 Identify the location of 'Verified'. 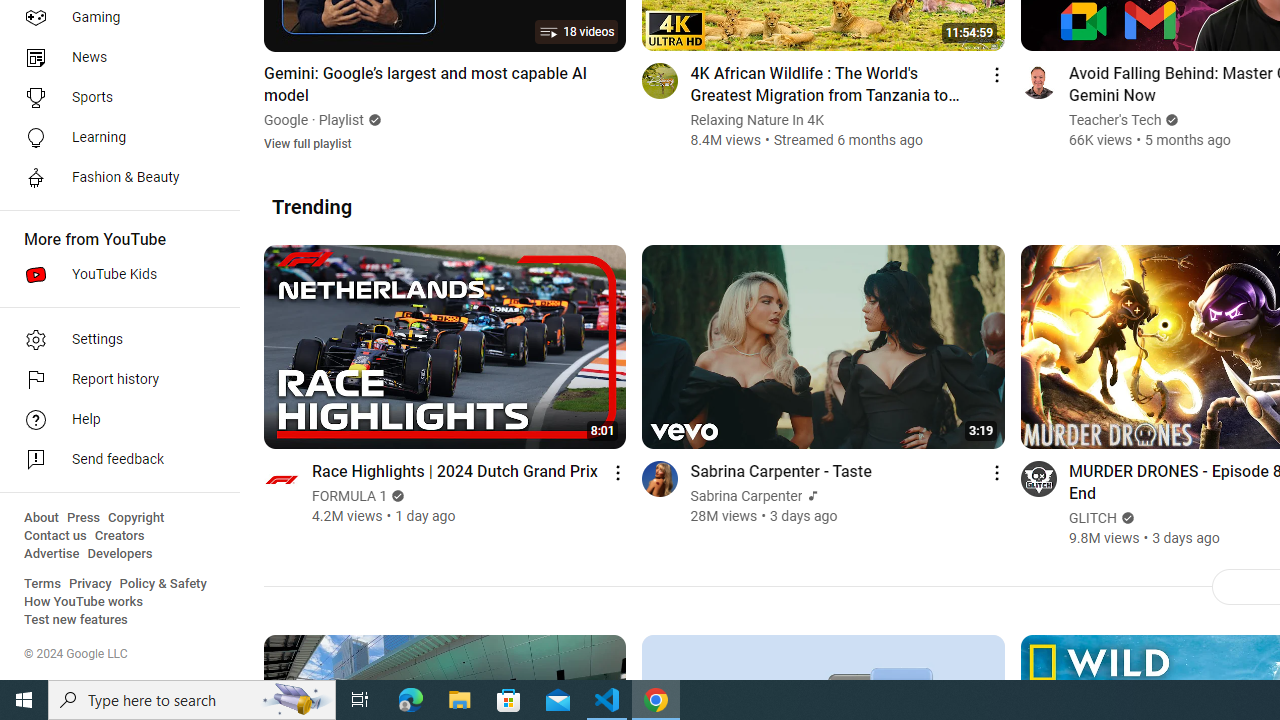
(1125, 517).